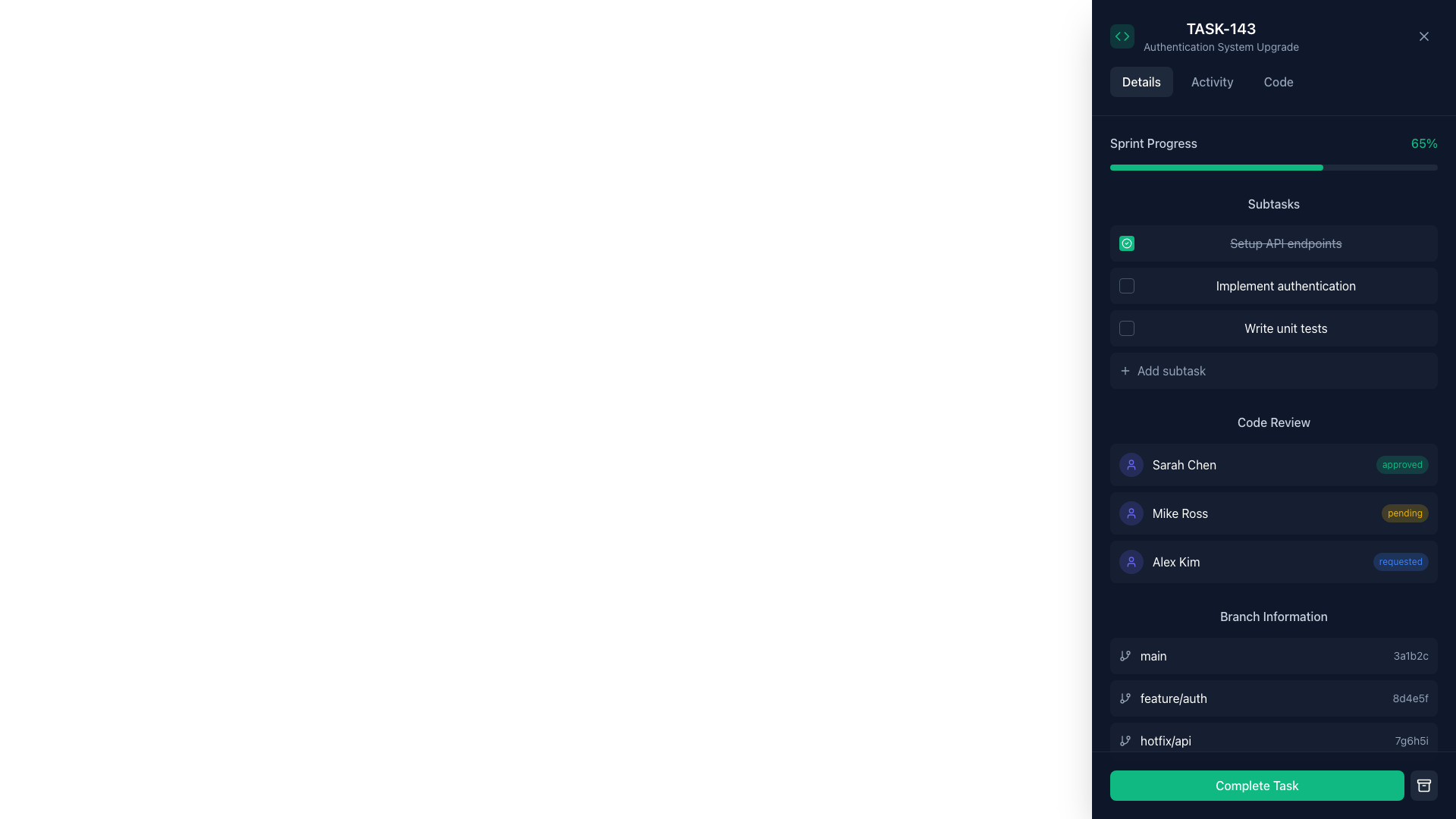  Describe the element at coordinates (1125, 371) in the screenshot. I see `the plus icon located on the left side of the 'Add subtask' button` at that location.